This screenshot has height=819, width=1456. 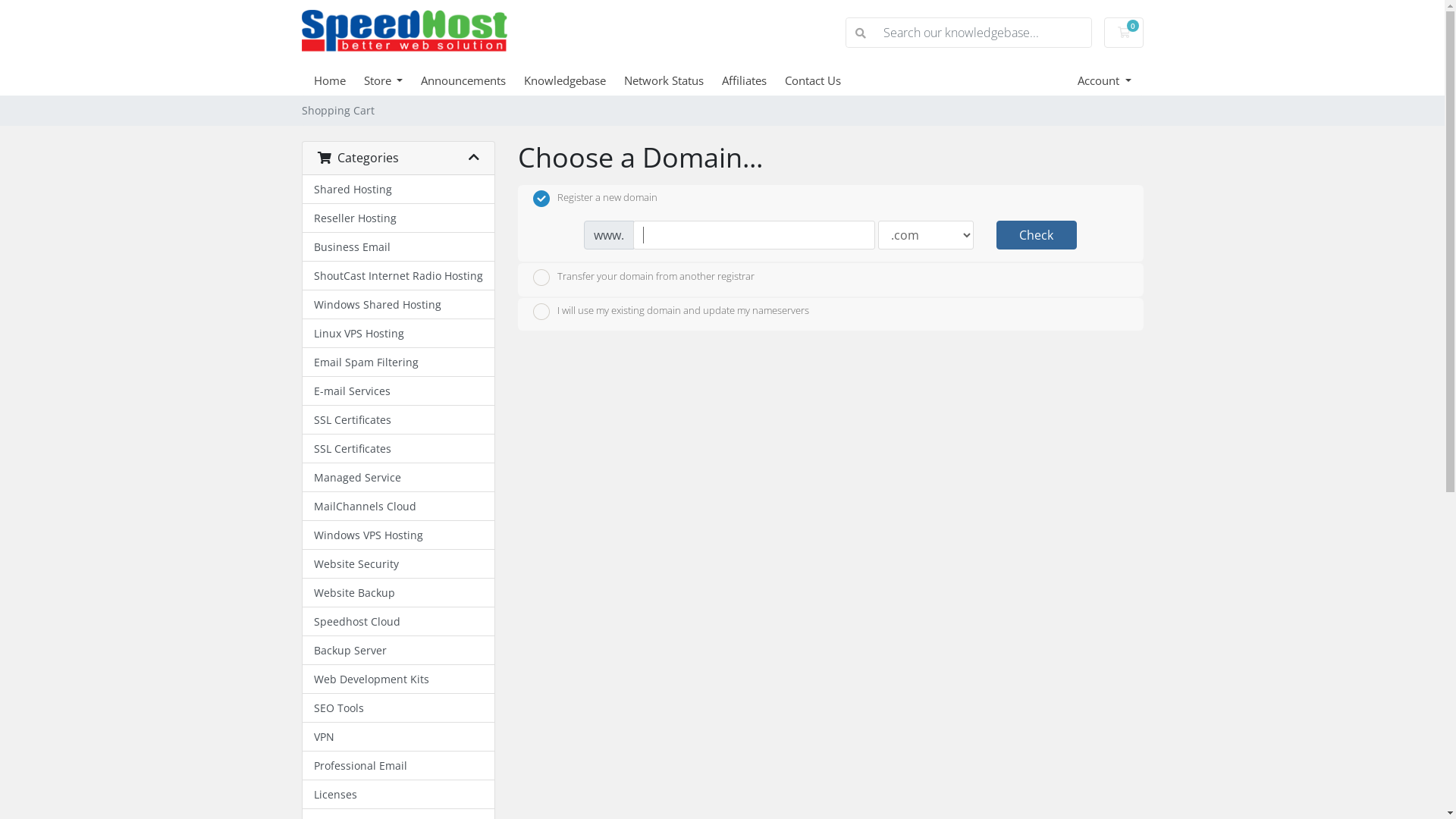 What do you see at coordinates (397, 622) in the screenshot?
I see `'Speedhost Cloud'` at bounding box center [397, 622].